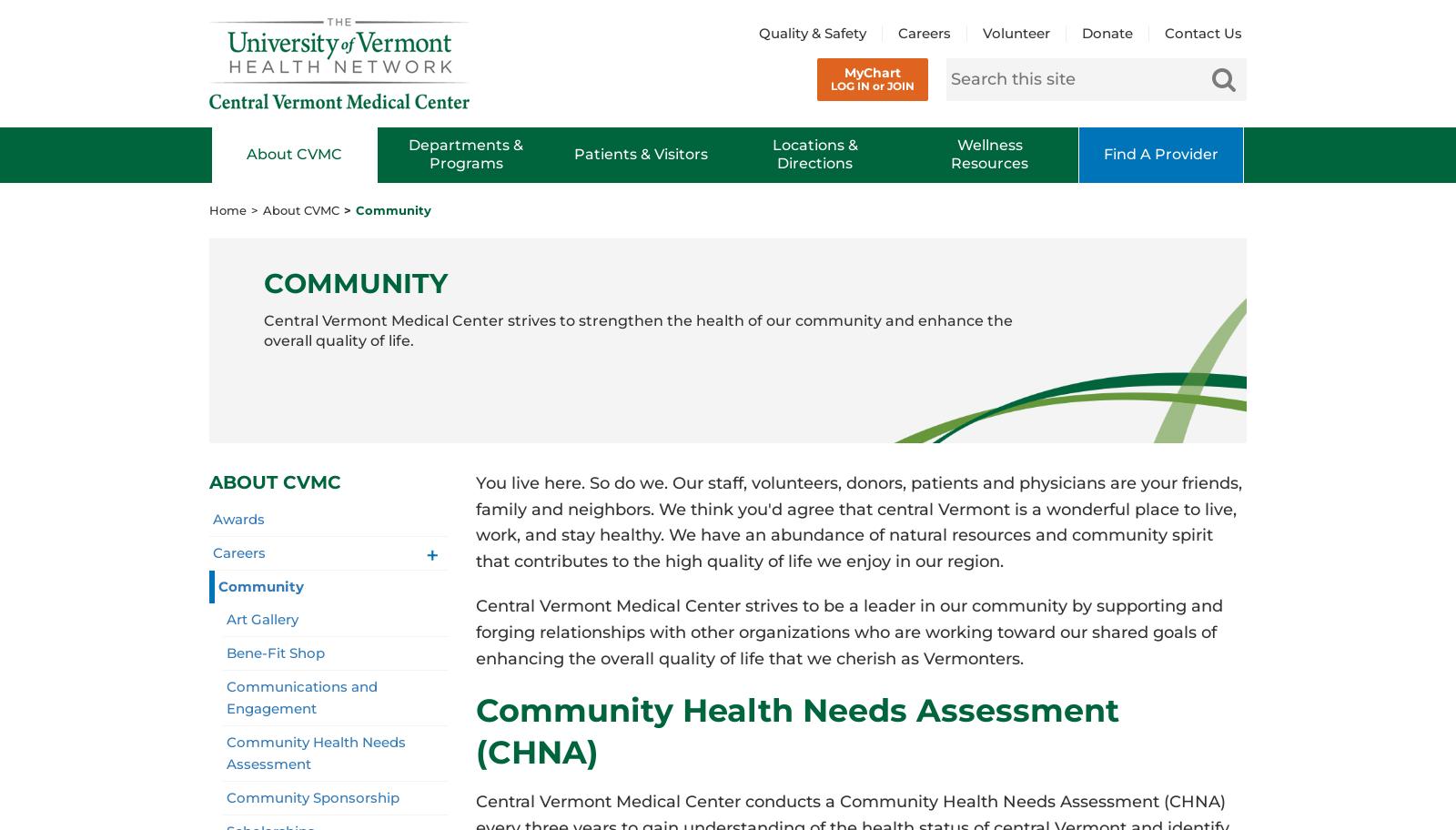  What do you see at coordinates (857, 521) in the screenshot?
I see `'You live here. So do we. Our staff, volunteers, donors, patients and physicians are your friends, family and neighbors. We think you'd agree that central Vermont is a wonderful place to live, work, and stay healthy. We have an abundance of natural resources and community spirit that contributes to the high quality of life we enjoy in our region.'` at bounding box center [857, 521].